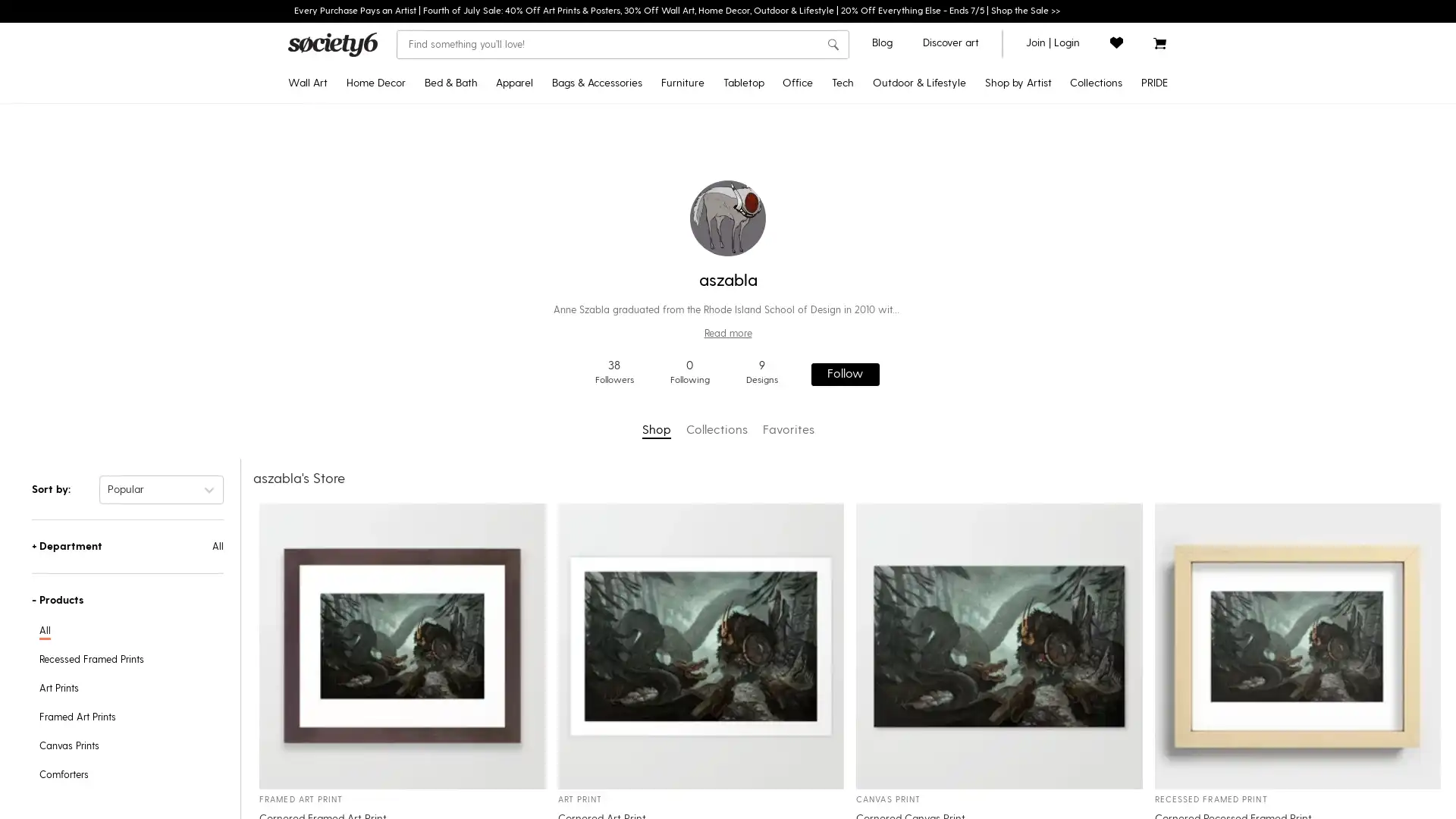 The image size is (1456, 819). What do you see at coordinates (771, 121) in the screenshot?
I see `Coffee Mugs` at bounding box center [771, 121].